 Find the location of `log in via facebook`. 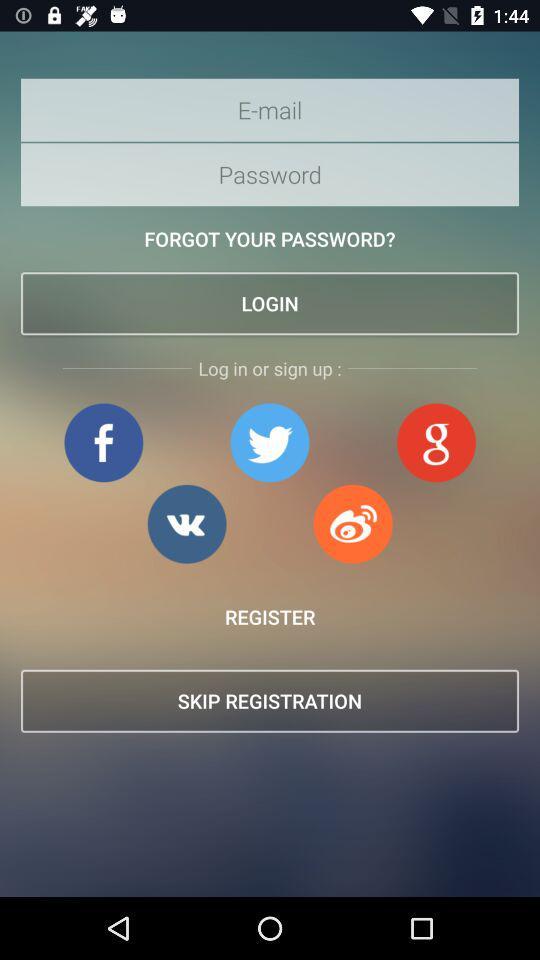

log in via facebook is located at coordinates (103, 442).